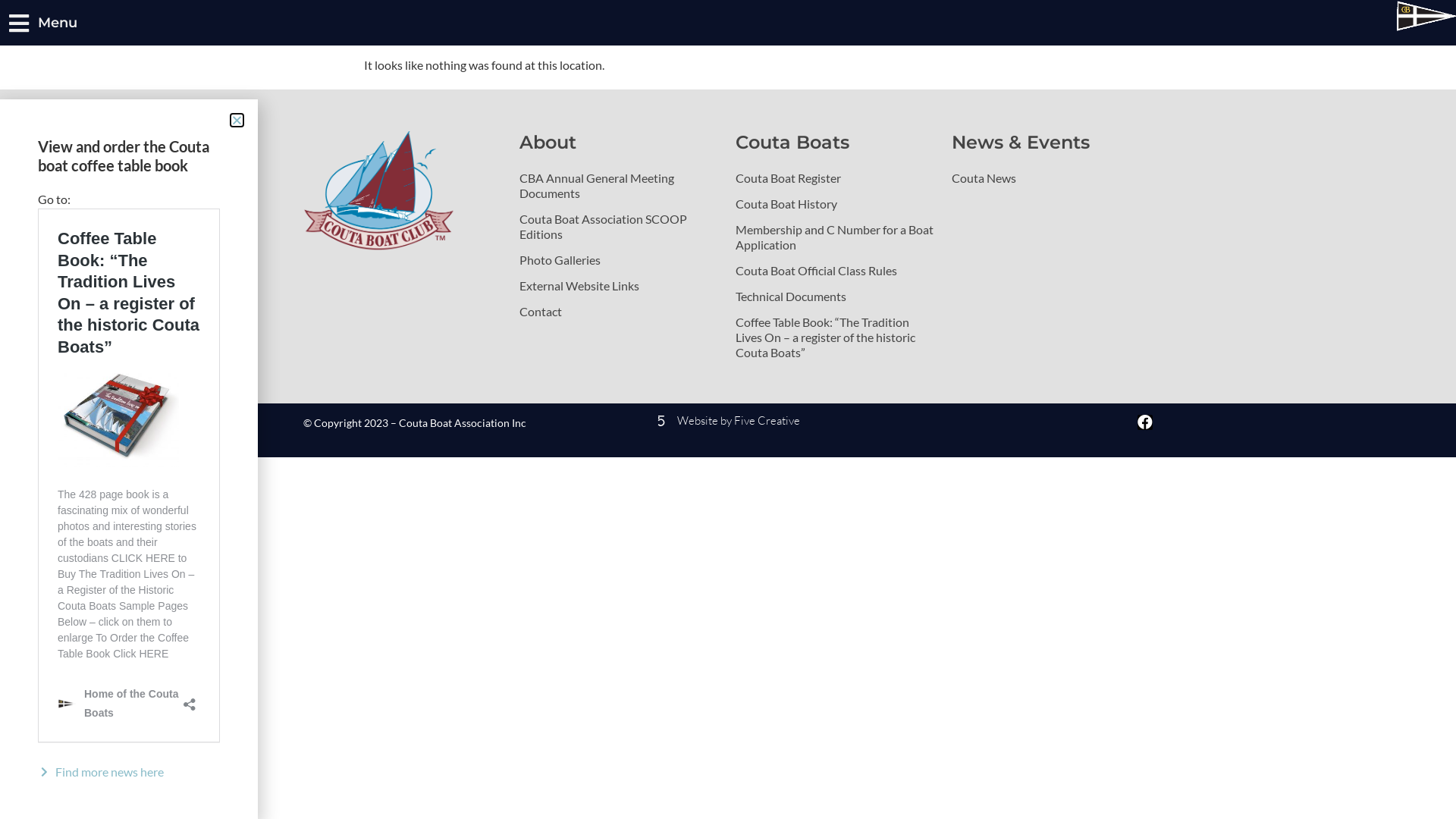 The image size is (1456, 819). Describe the element at coordinates (835, 177) in the screenshot. I see `'Couta Boat Register'` at that location.